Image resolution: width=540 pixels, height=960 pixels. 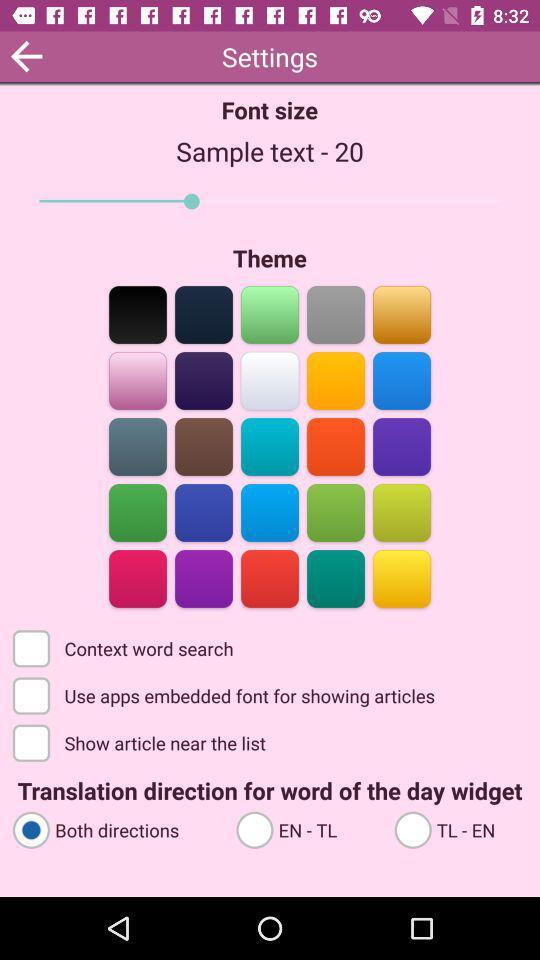 What do you see at coordinates (401, 445) in the screenshot?
I see `blue color` at bounding box center [401, 445].